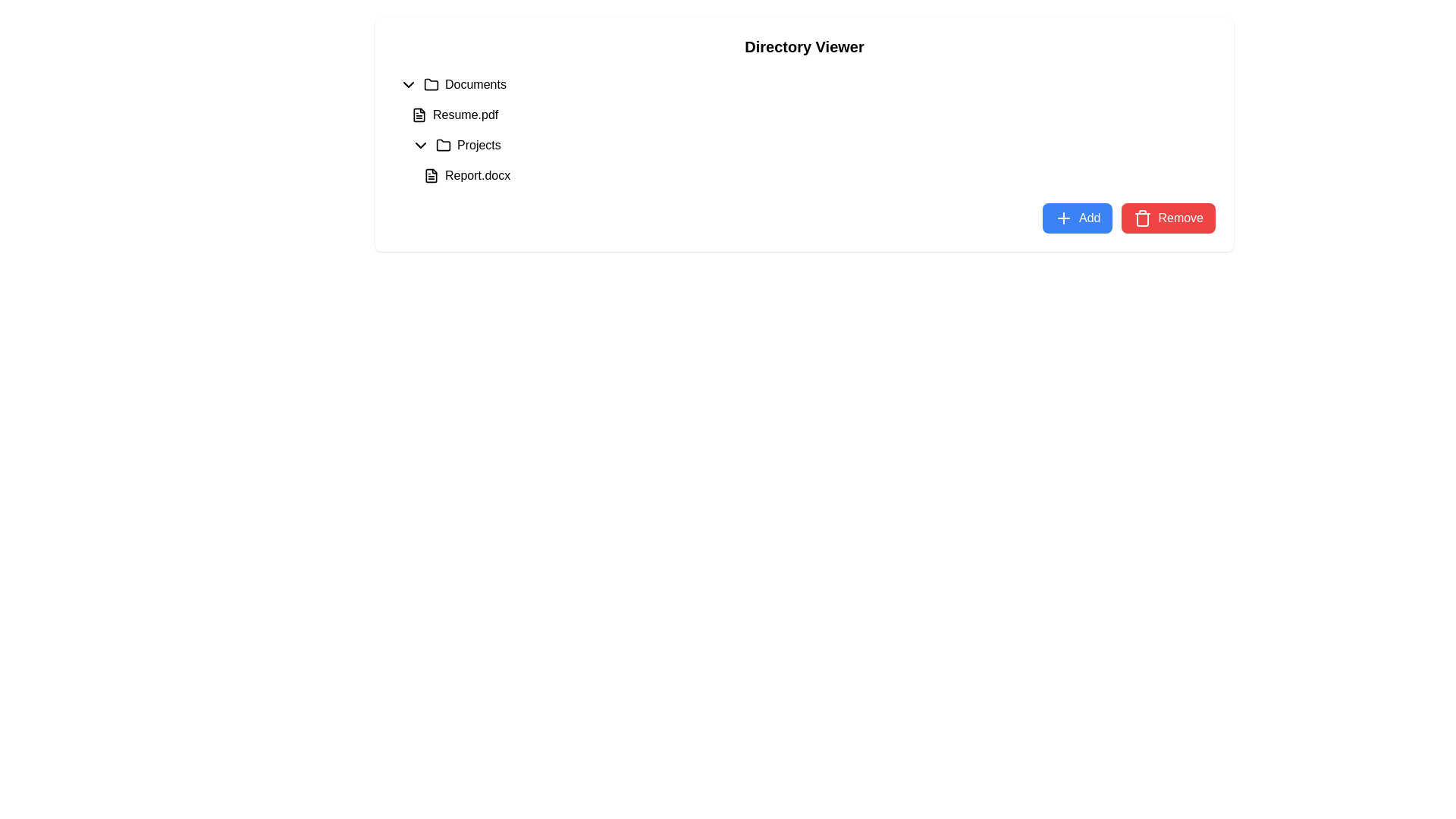 This screenshot has height=819, width=1456. What do you see at coordinates (477, 174) in the screenshot?
I see `the text label for the file 'Report.docx' under the 'Projects' folder` at bounding box center [477, 174].